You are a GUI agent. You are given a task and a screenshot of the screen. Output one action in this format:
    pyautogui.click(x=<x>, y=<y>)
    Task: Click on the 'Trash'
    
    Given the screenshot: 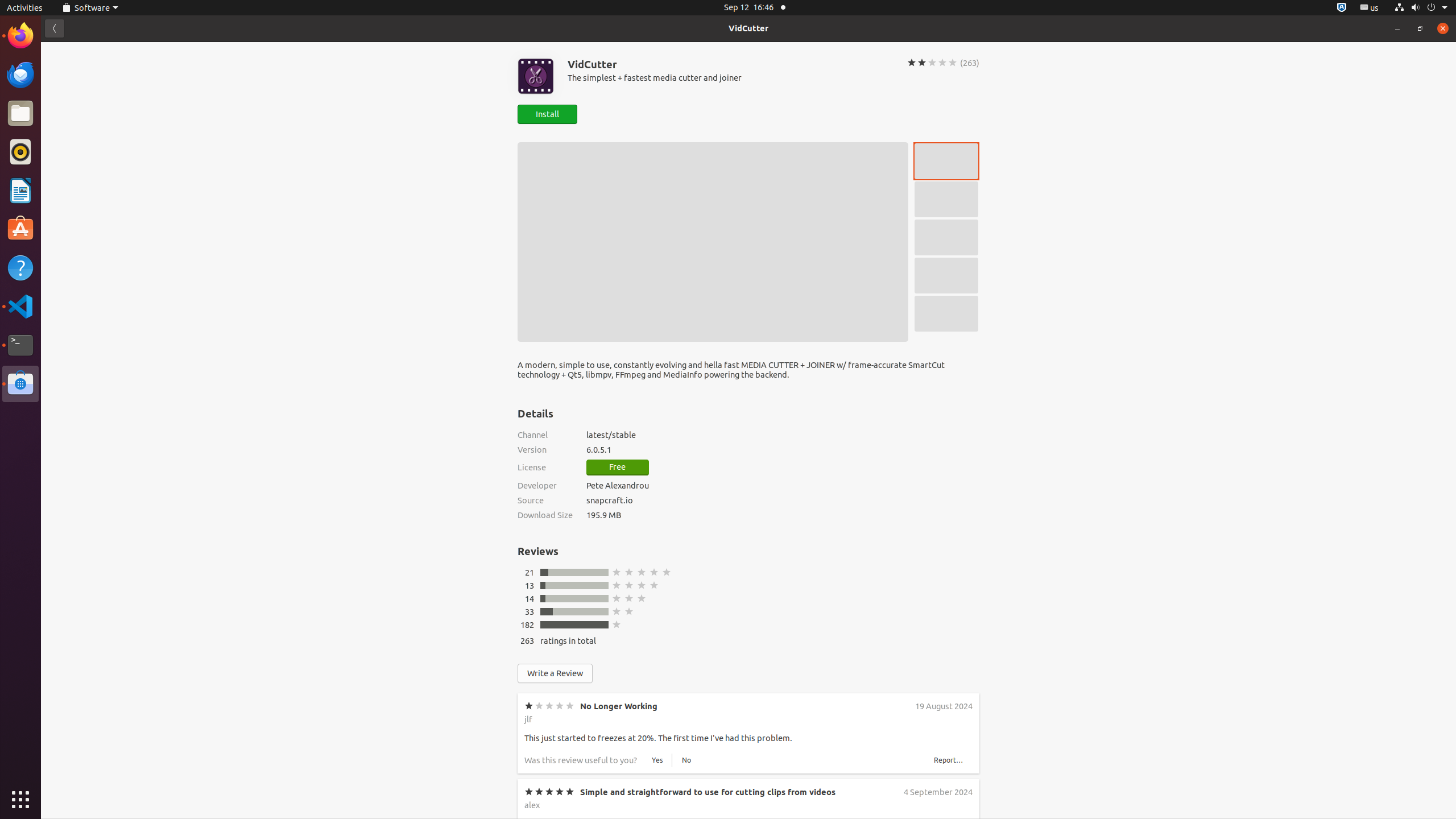 What is the action you would take?
    pyautogui.click(x=76, y=107)
    